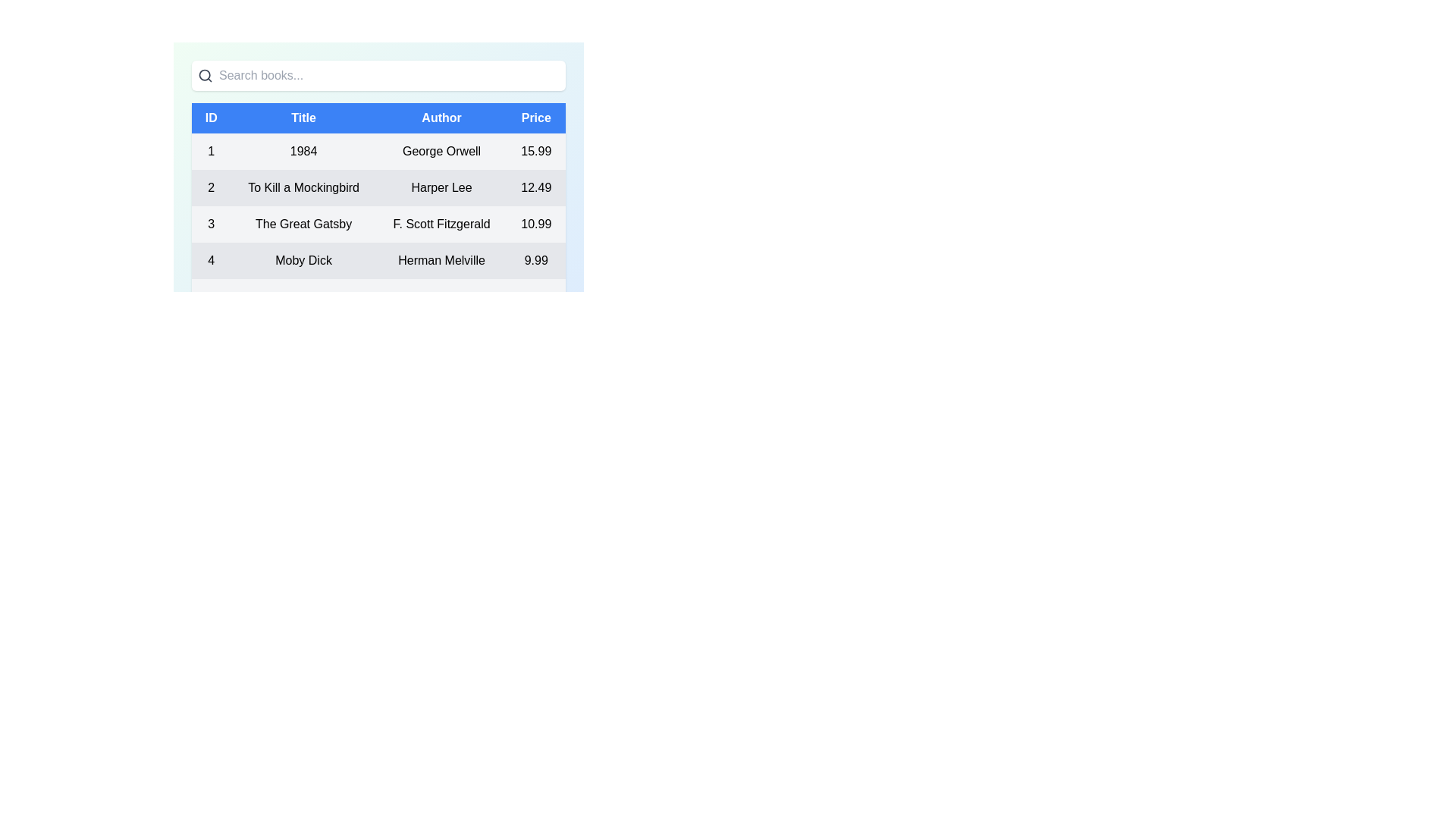  I want to click on the text label displaying the price for the book 'The Great Gatsby' located in the third row of the table under the 'Price' column, so click(536, 224).